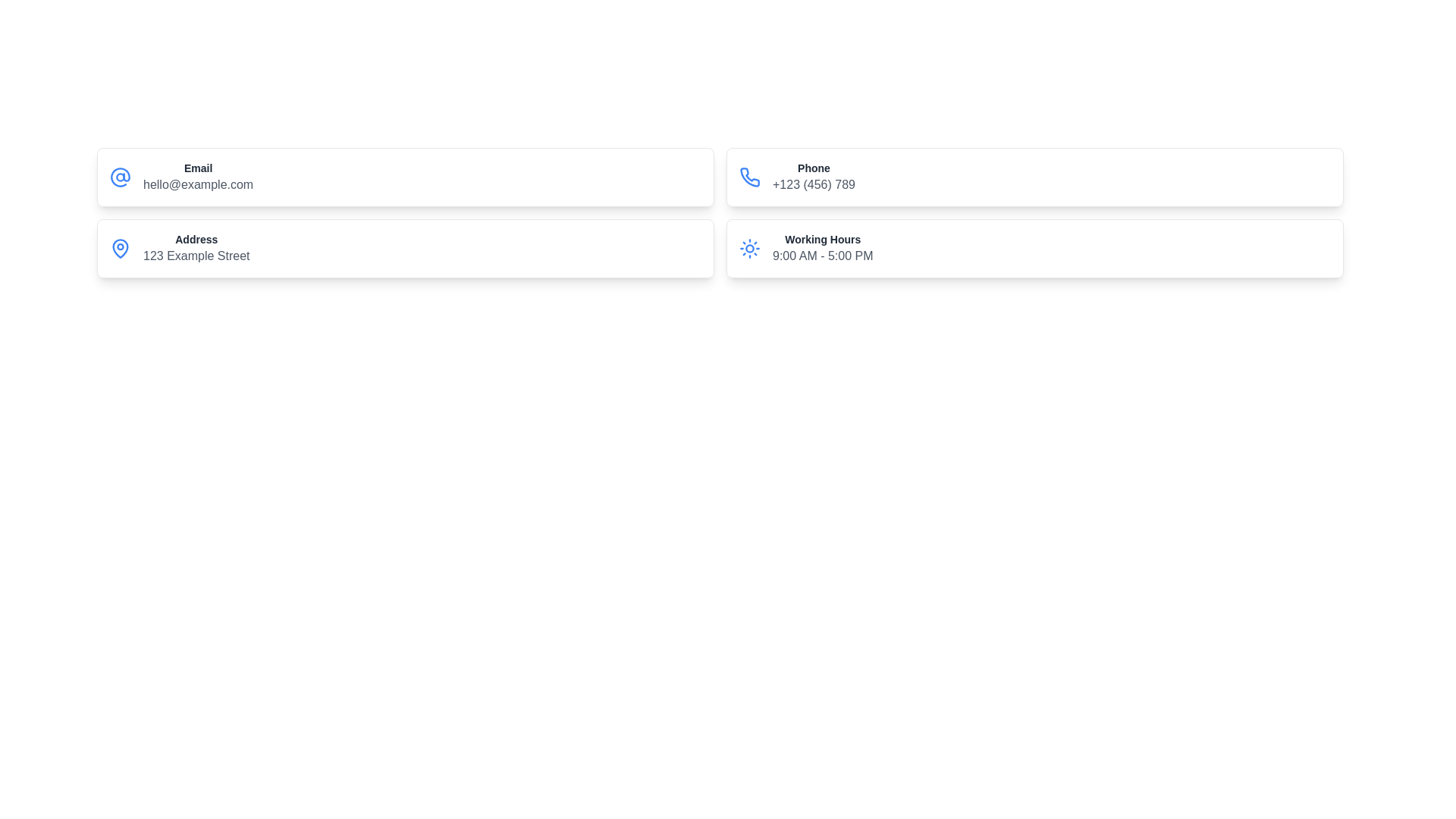 The width and height of the screenshot is (1456, 819). Describe the element at coordinates (196, 256) in the screenshot. I see `the Text Label that displays the address information, positioned immediately below the 'Address' label in a vertical list on the left side of the interface` at that location.